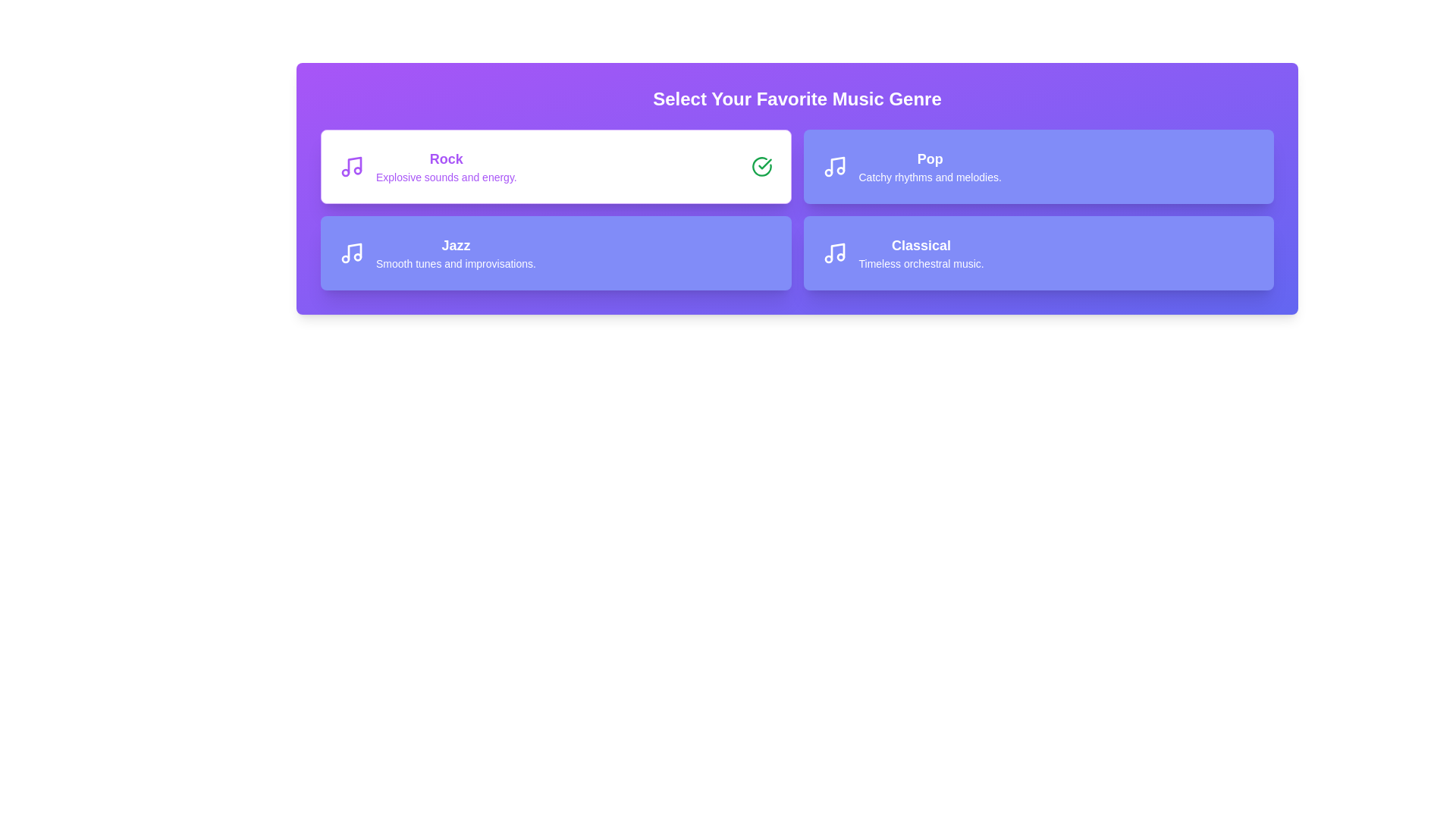 The image size is (1456, 819). I want to click on the Text label indicating the music genre selection, located in the section labeled 'Select Your Favorite Music Genre', just above the subtitle 'Timeless orchestral music', so click(921, 245).